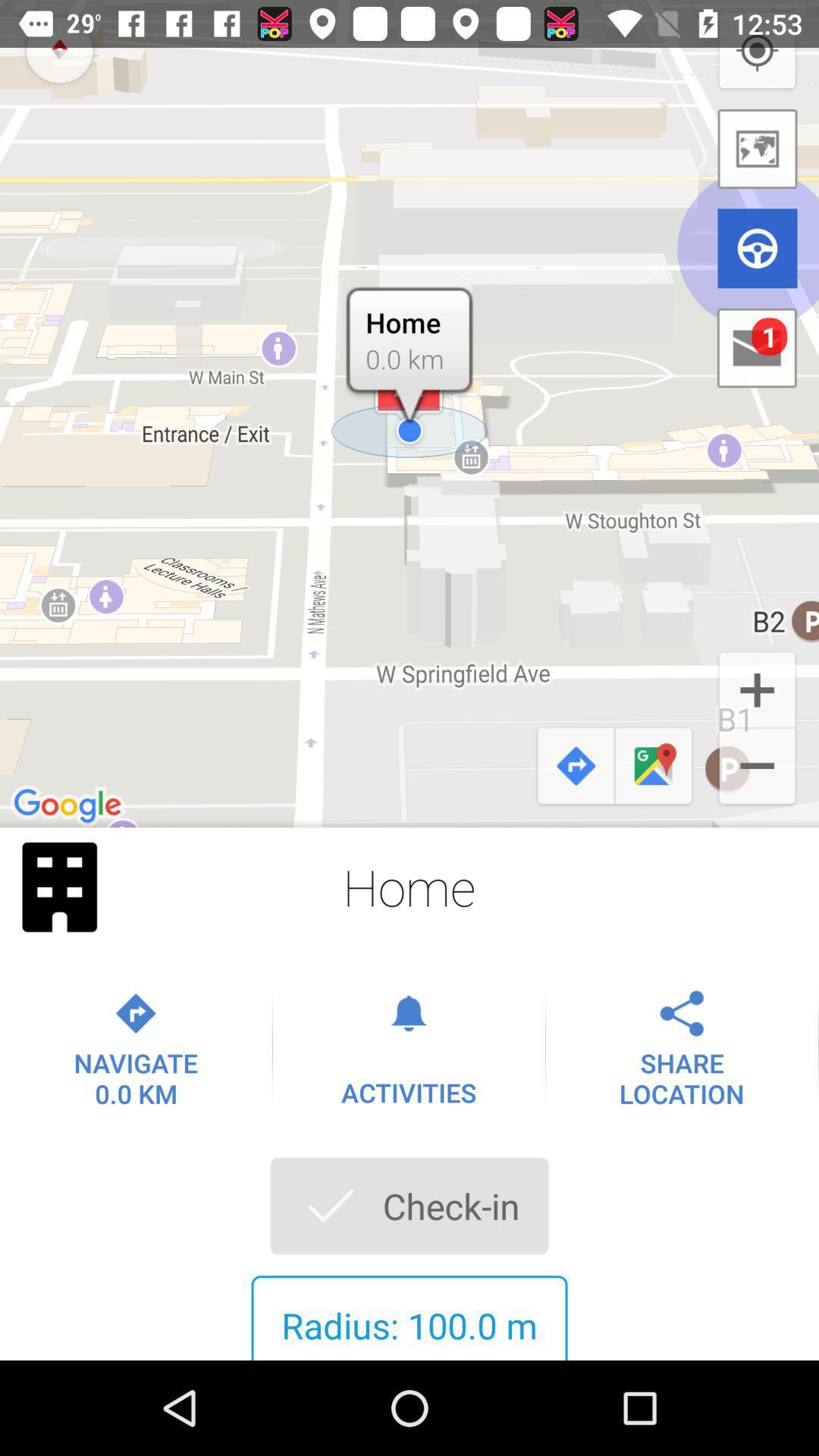 The width and height of the screenshot is (819, 1456). I want to click on the location_crosshair icon, so click(757, 51).